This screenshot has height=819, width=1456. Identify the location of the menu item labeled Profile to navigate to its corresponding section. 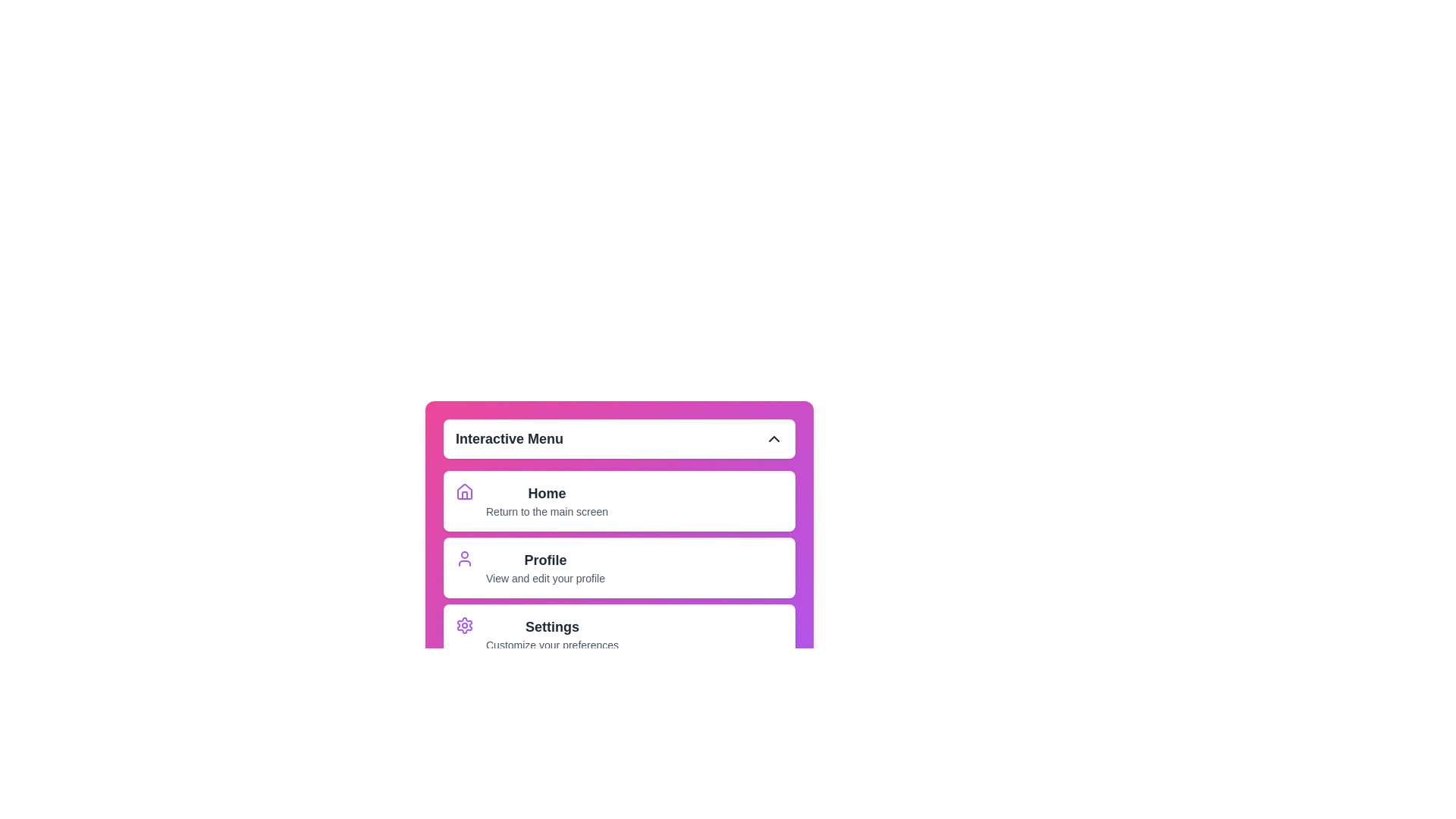
(545, 567).